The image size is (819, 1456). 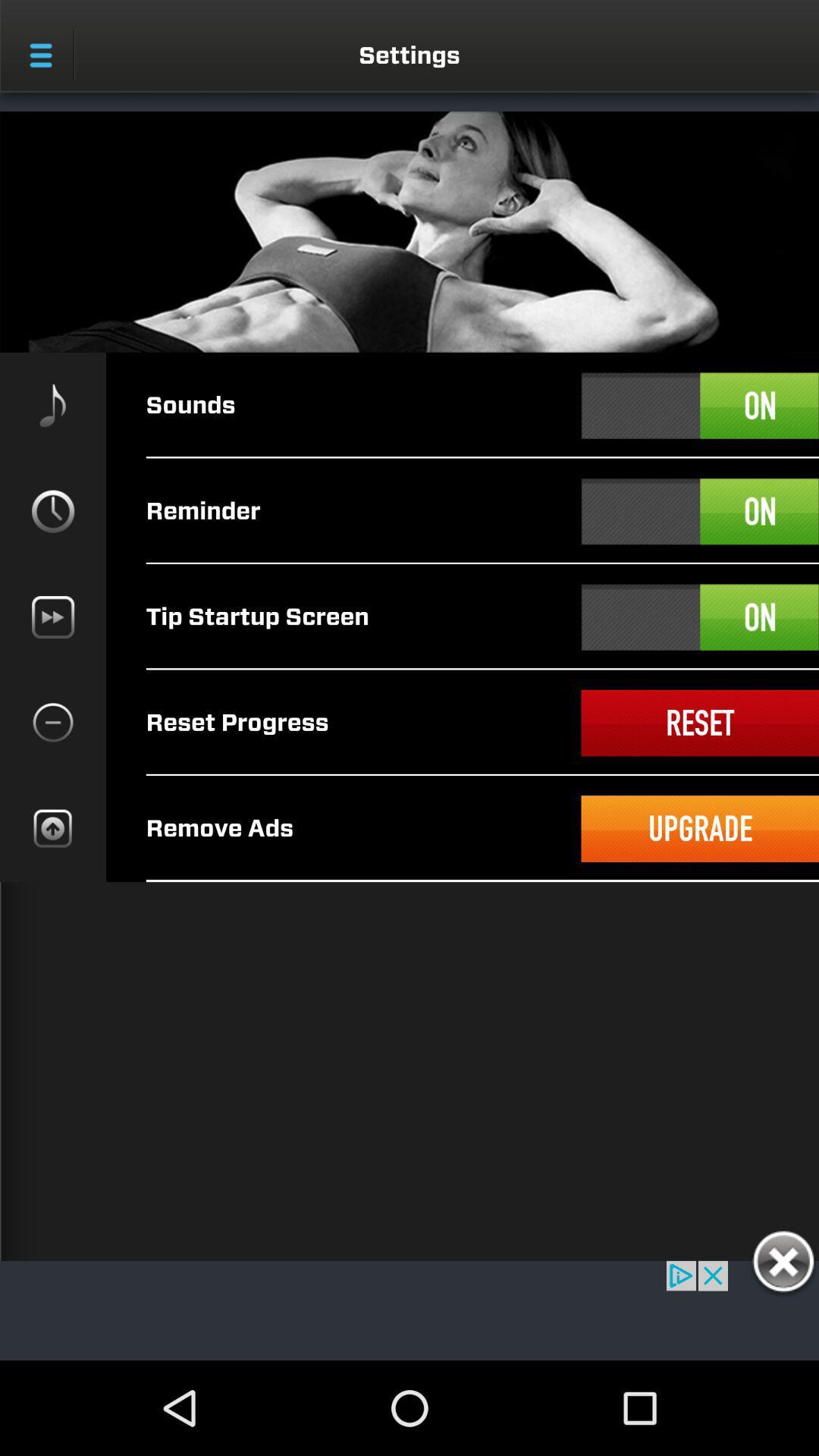 I want to click on gulas patan, so click(x=783, y=1264).